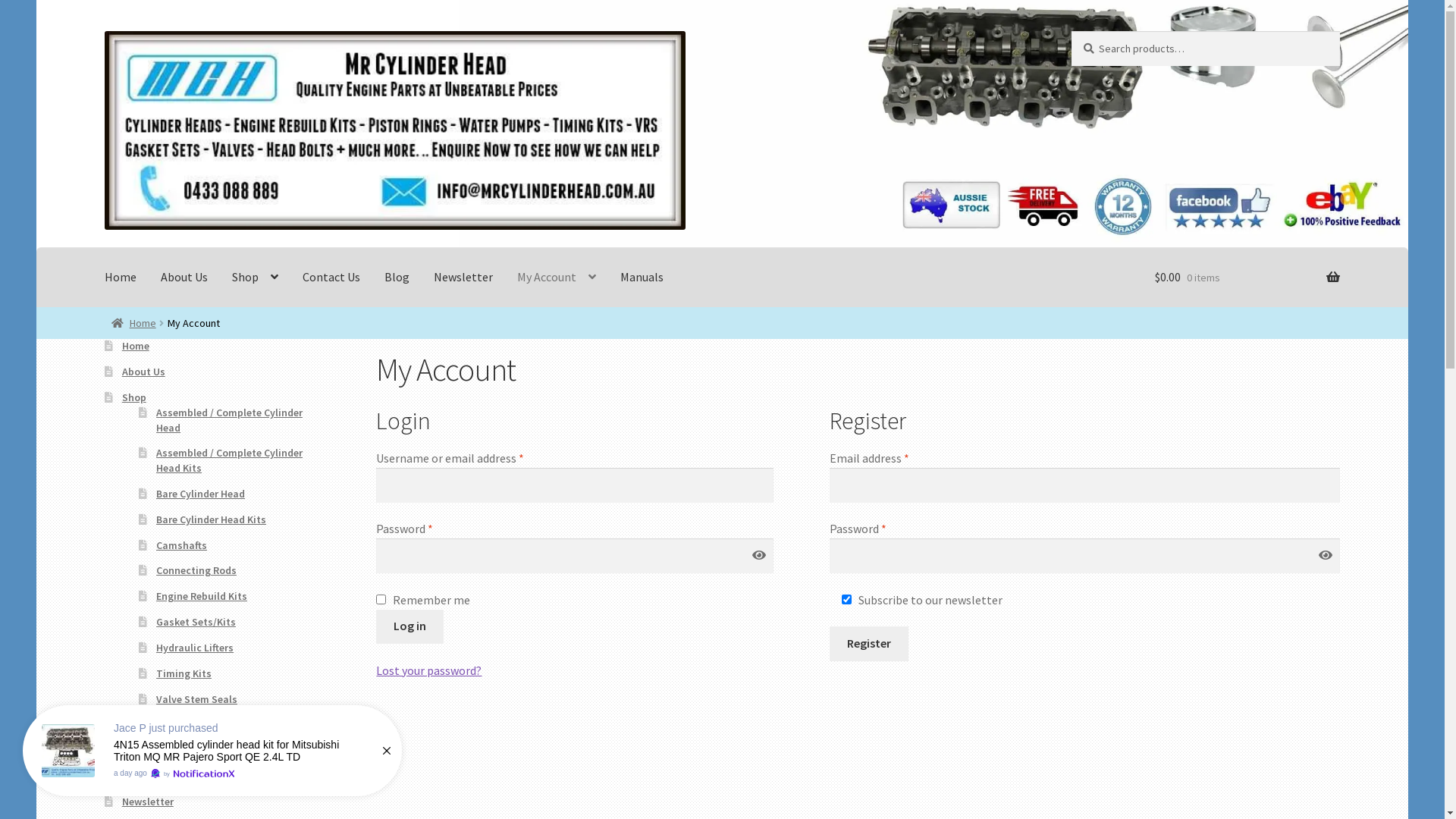 The width and height of the screenshot is (1456, 819). What do you see at coordinates (409, 626) in the screenshot?
I see `'Log in'` at bounding box center [409, 626].